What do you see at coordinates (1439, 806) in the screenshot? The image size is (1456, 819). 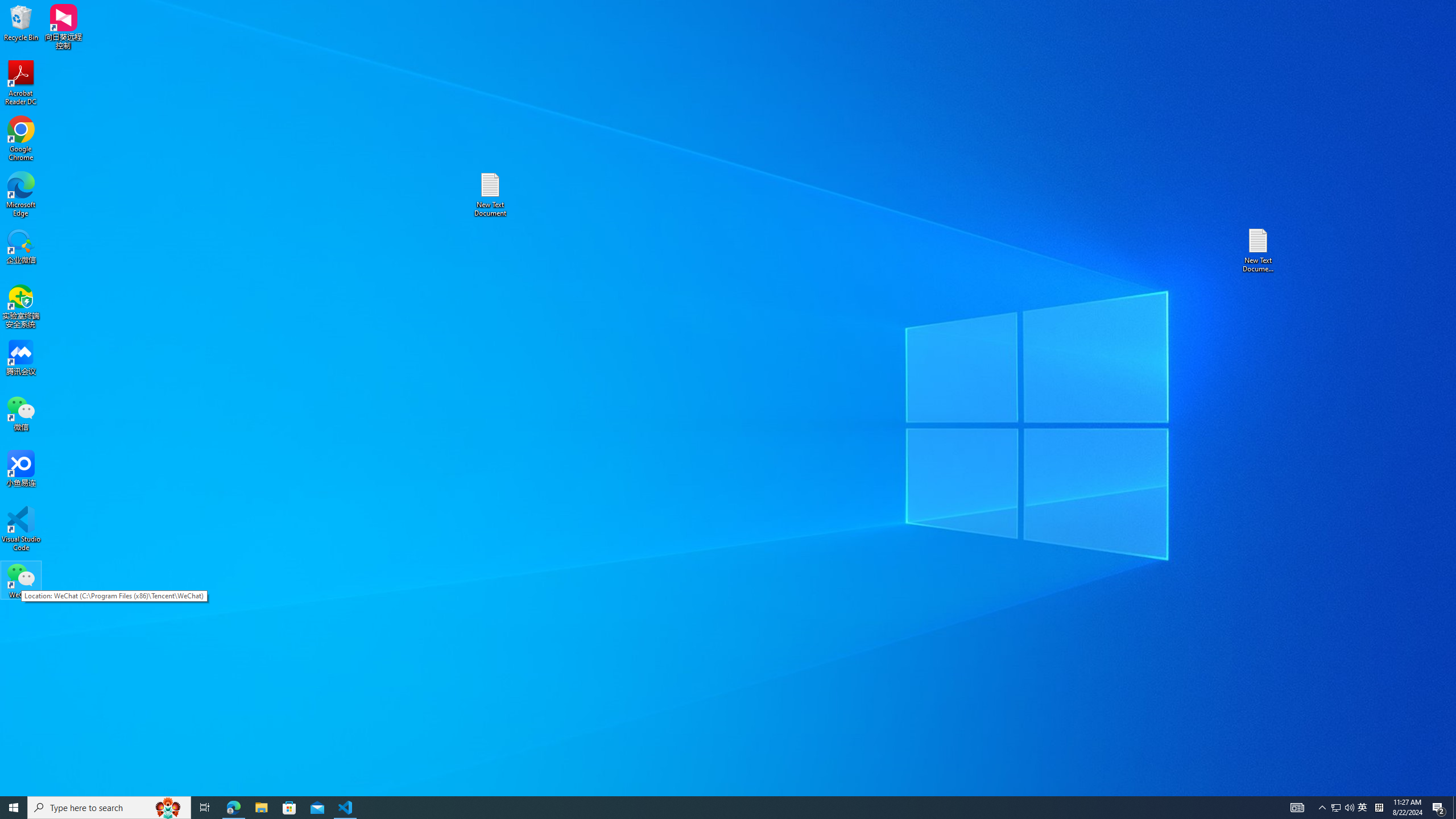 I see `'Action Center, 2 new notifications'` at bounding box center [1439, 806].